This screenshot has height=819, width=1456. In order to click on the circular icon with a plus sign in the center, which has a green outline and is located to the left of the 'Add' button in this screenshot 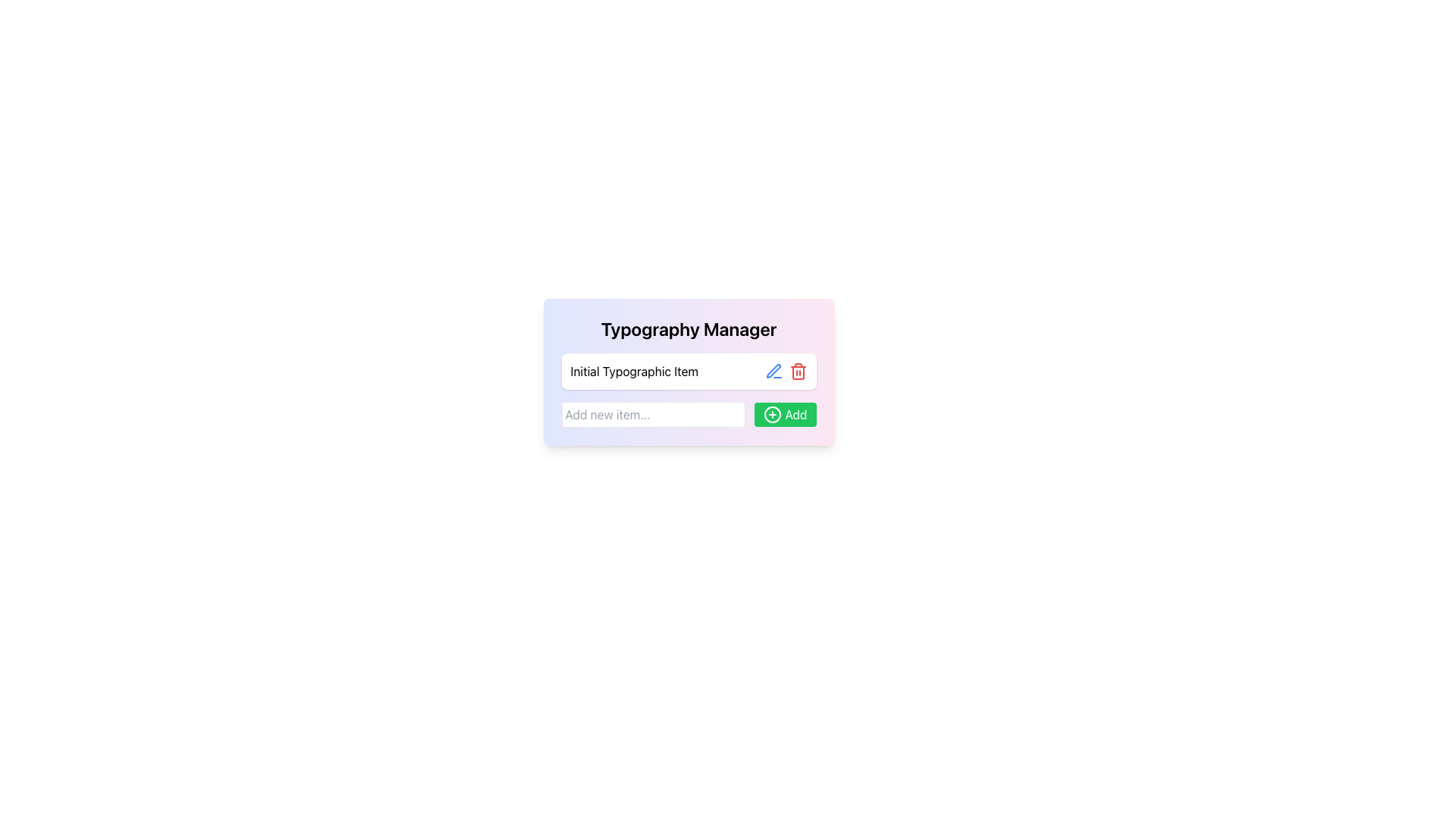, I will do `click(773, 415)`.